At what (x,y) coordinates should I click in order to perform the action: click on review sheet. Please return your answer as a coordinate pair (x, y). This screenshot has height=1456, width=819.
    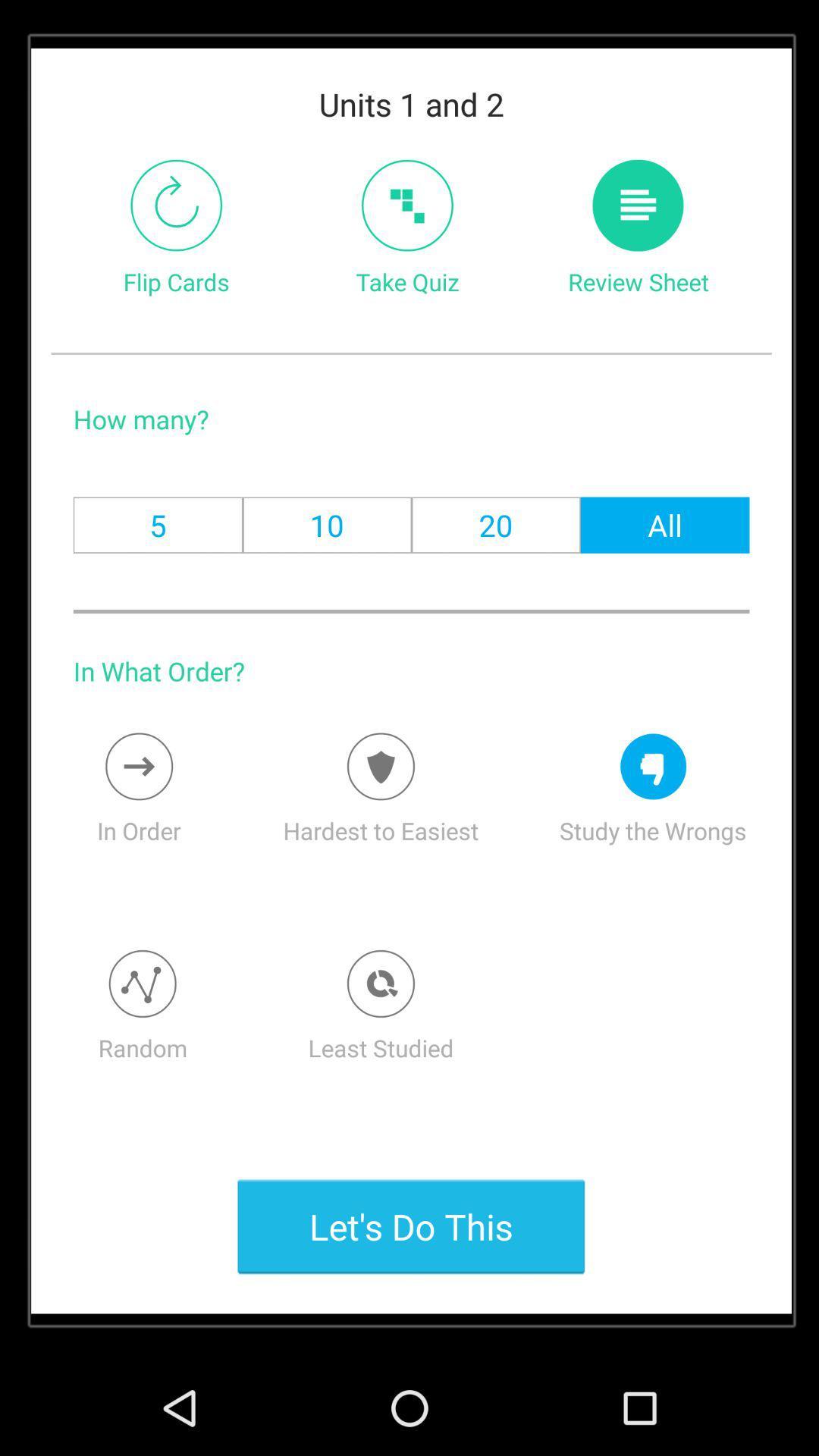
    Looking at the image, I should click on (638, 205).